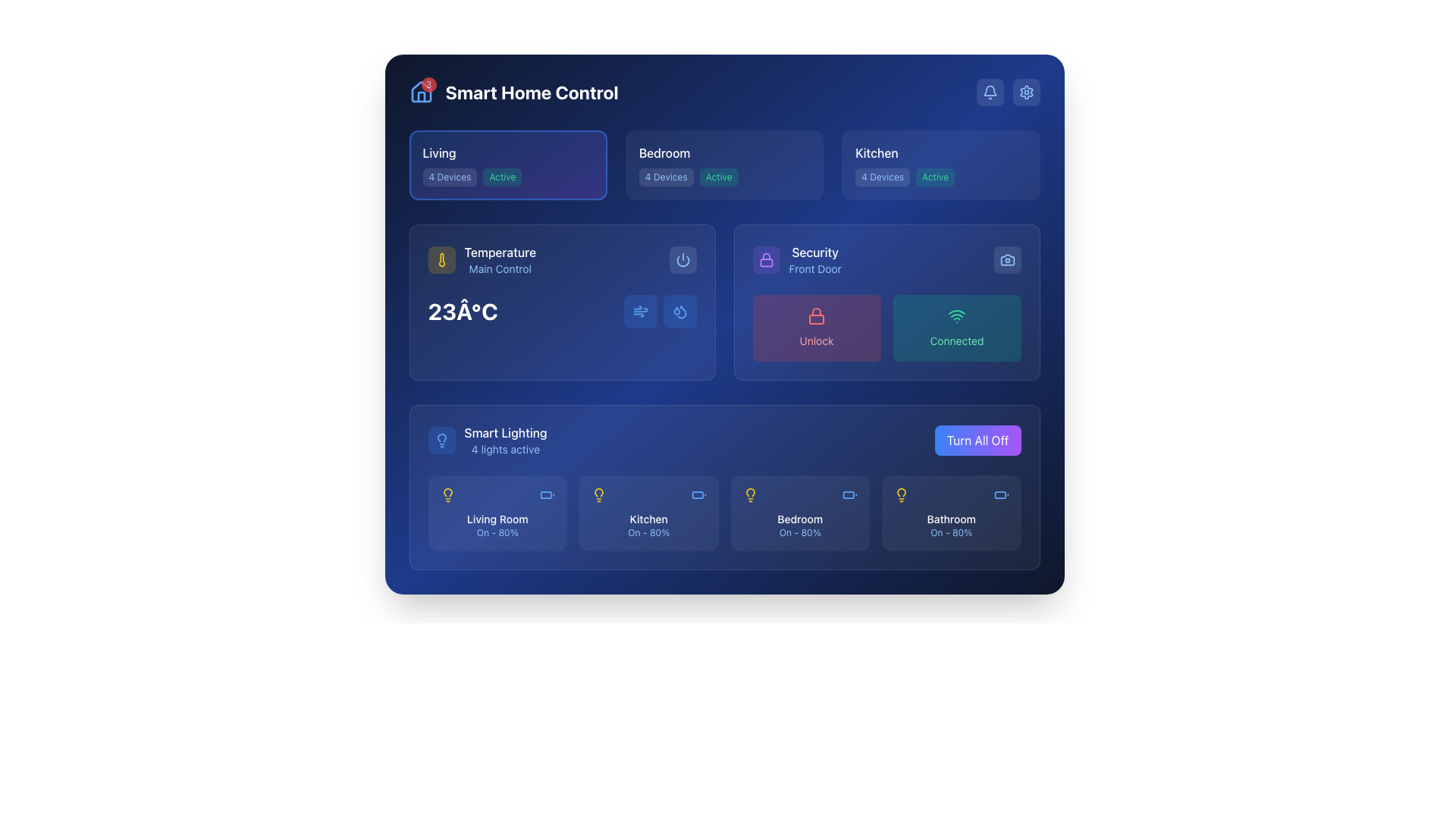 This screenshot has width=1456, height=819. What do you see at coordinates (723, 165) in the screenshot?
I see `the interactive card representing the 'Bedroom' area in the smart home interface` at bounding box center [723, 165].